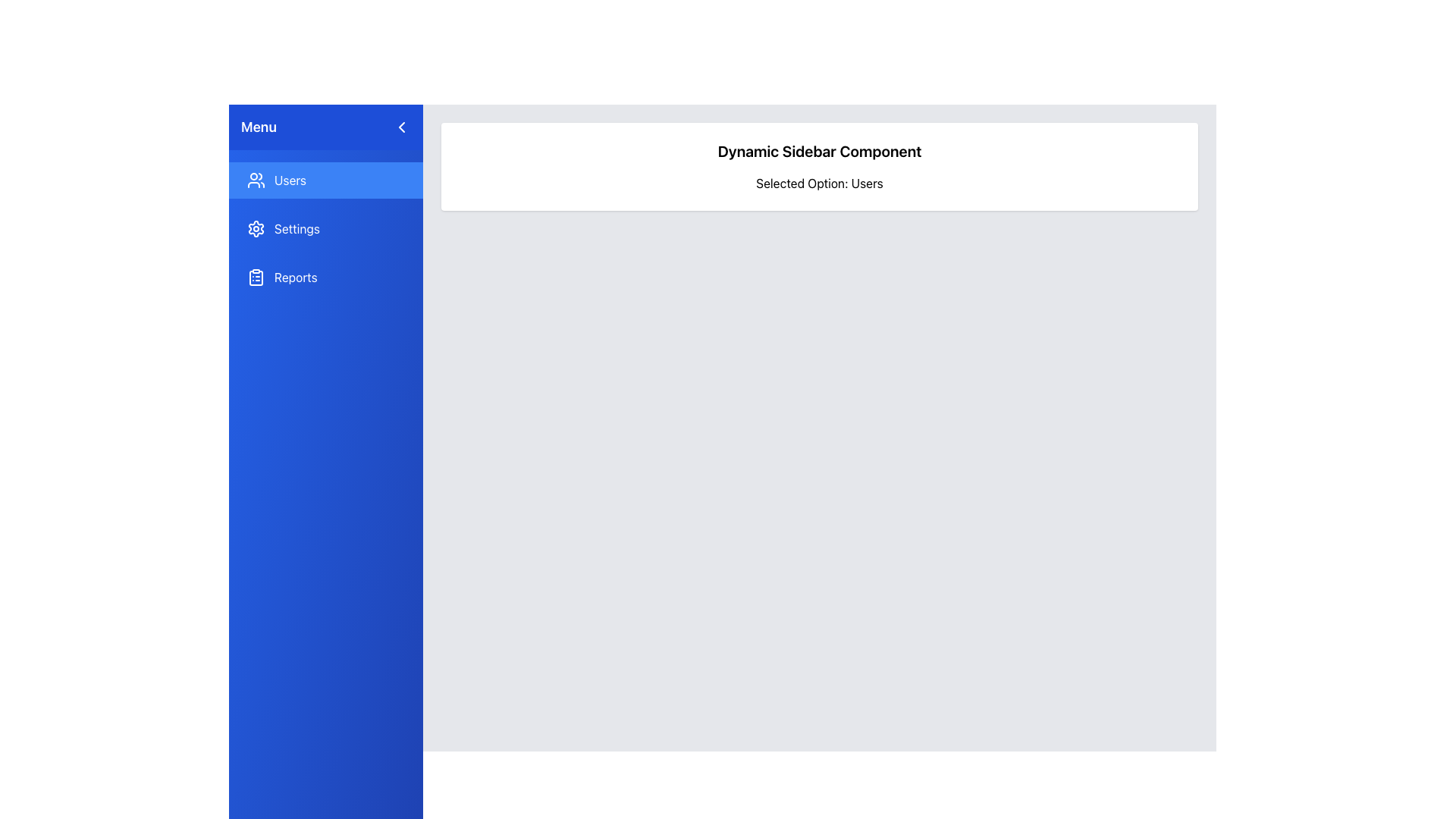 This screenshot has width=1456, height=819. Describe the element at coordinates (325, 278) in the screenshot. I see `the 'Reports' button in the sidebar` at that location.